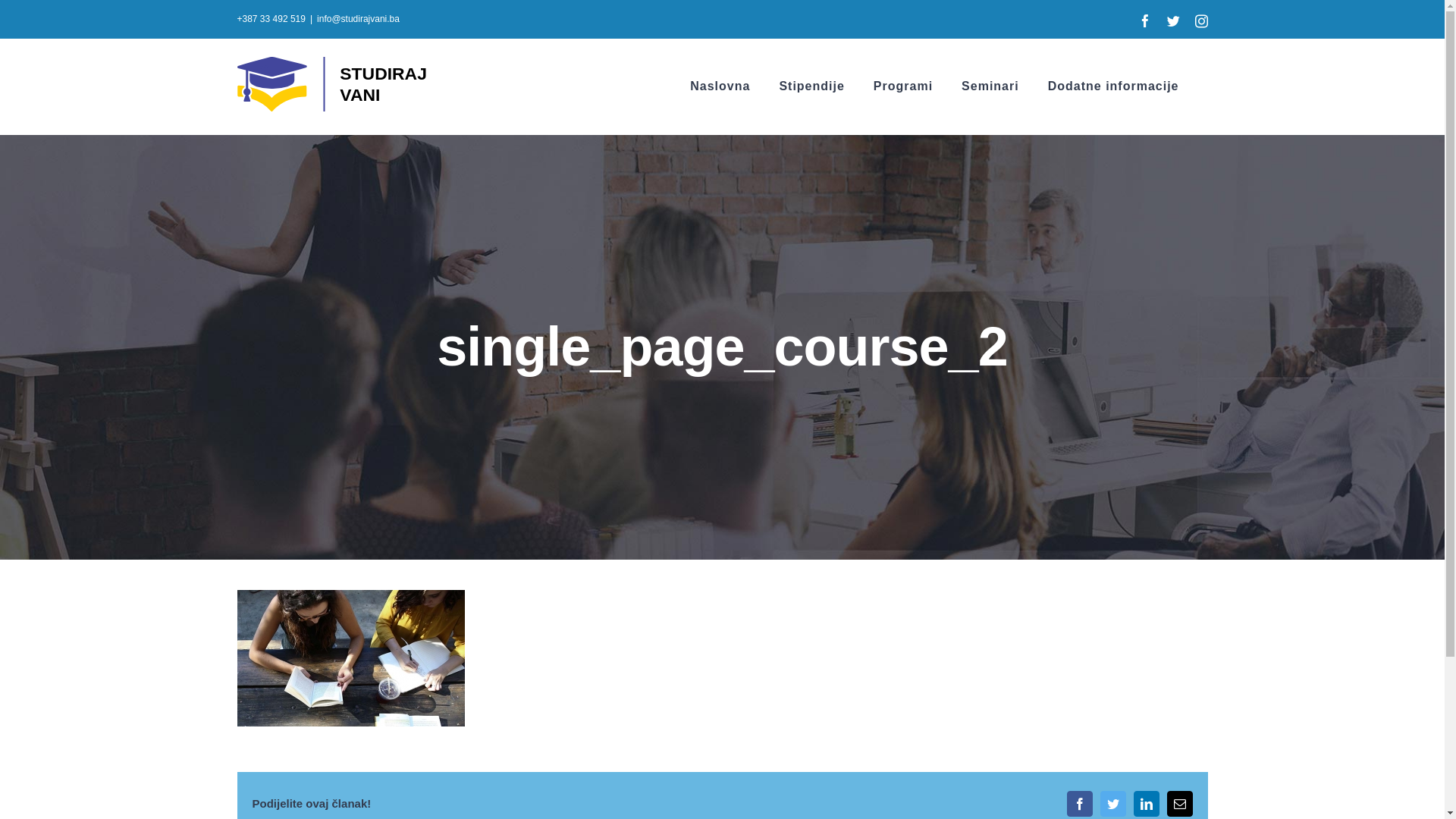  Describe the element at coordinates (990, 86) in the screenshot. I see `'Seminari'` at that location.